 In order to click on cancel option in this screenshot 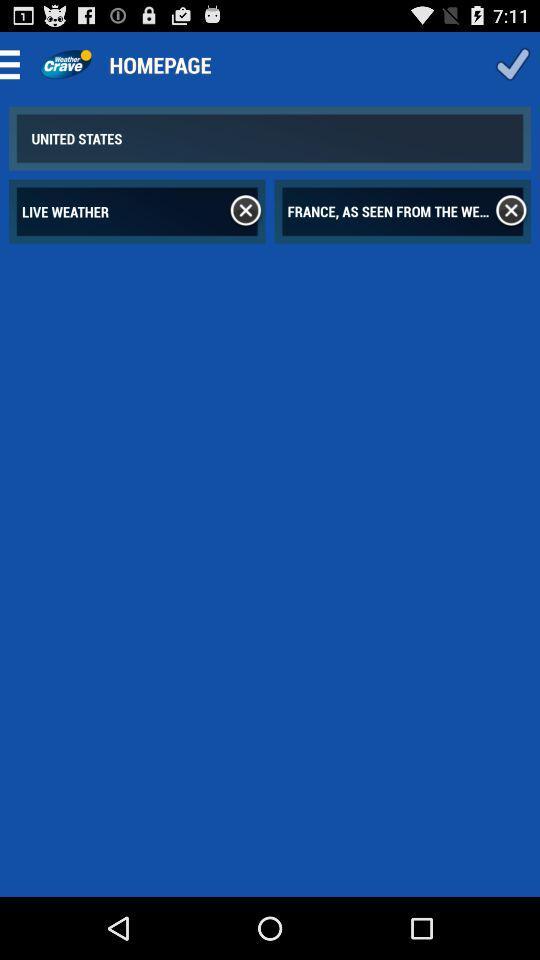, I will do `click(511, 211)`.